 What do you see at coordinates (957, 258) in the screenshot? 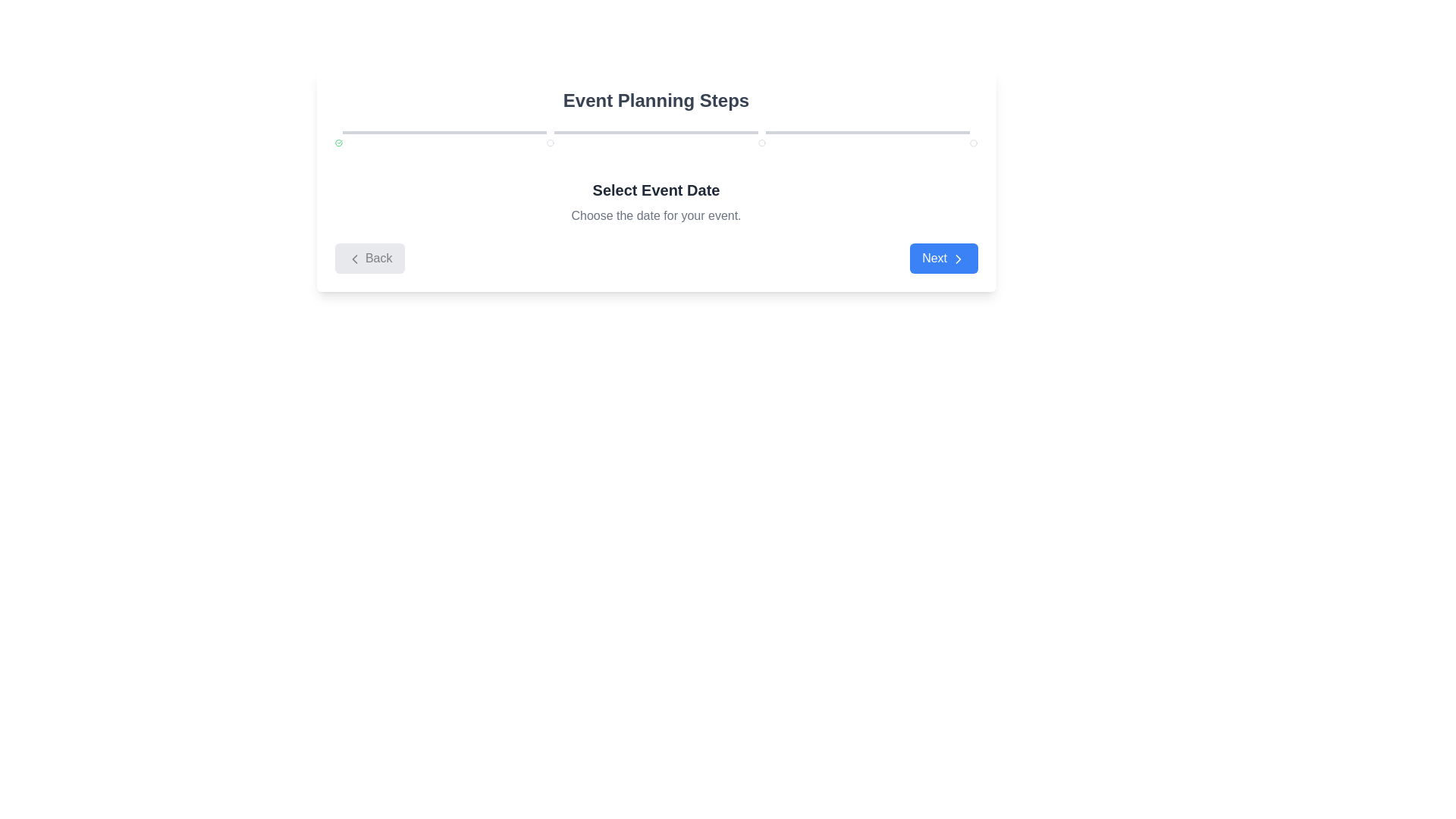
I see `the Chevron Arrow icon located within the 'Next' button at the bottom right of the interface, which serves as a navigation control to advance to the next step` at bounding box center [957, 258].